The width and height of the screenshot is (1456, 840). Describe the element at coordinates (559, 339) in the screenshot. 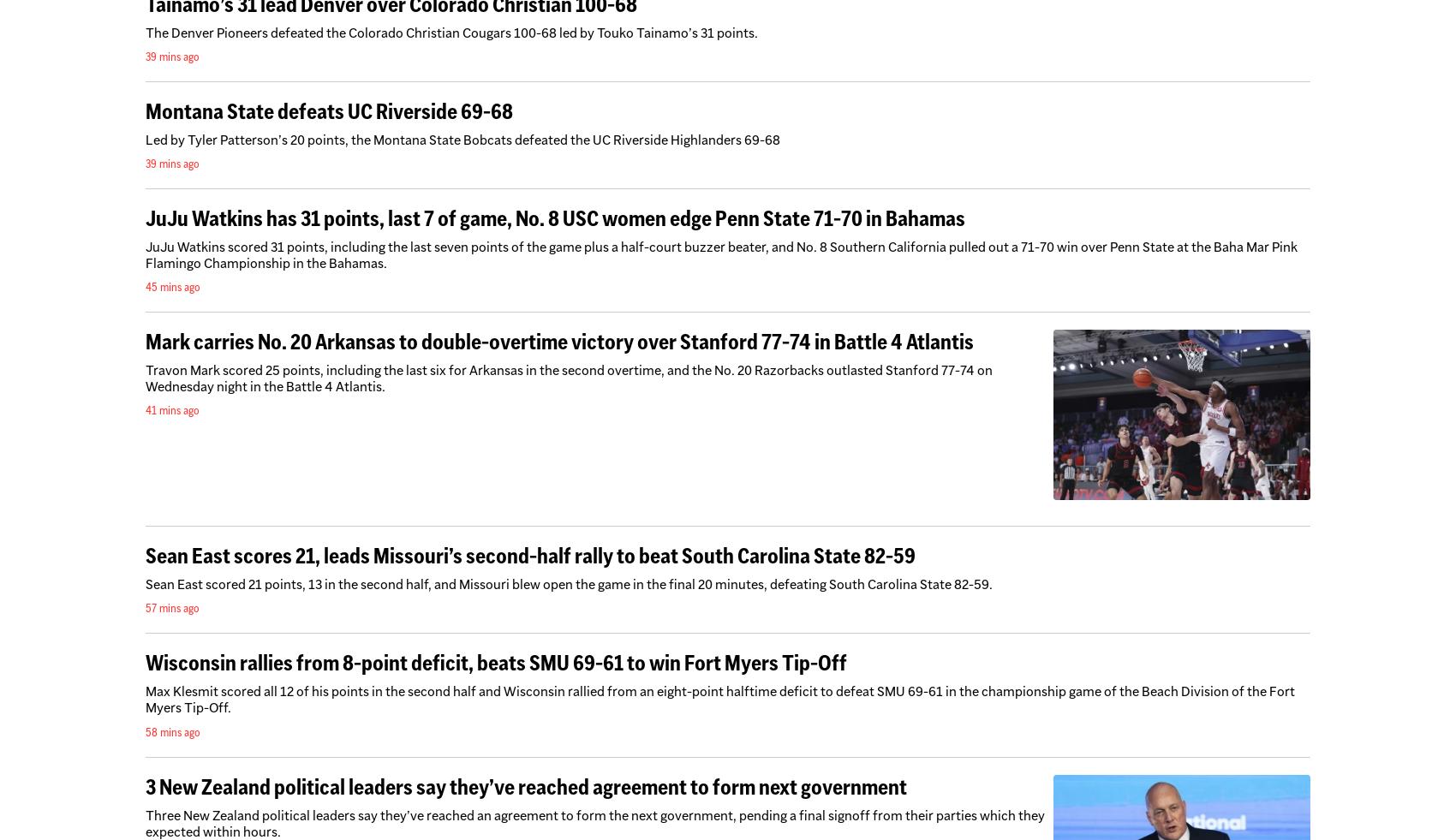

I see `'Mark carries No. 20 Arkansas to double-overtime victory over Stanford 77-74 in Battle 4 Atlantis'` at that location.